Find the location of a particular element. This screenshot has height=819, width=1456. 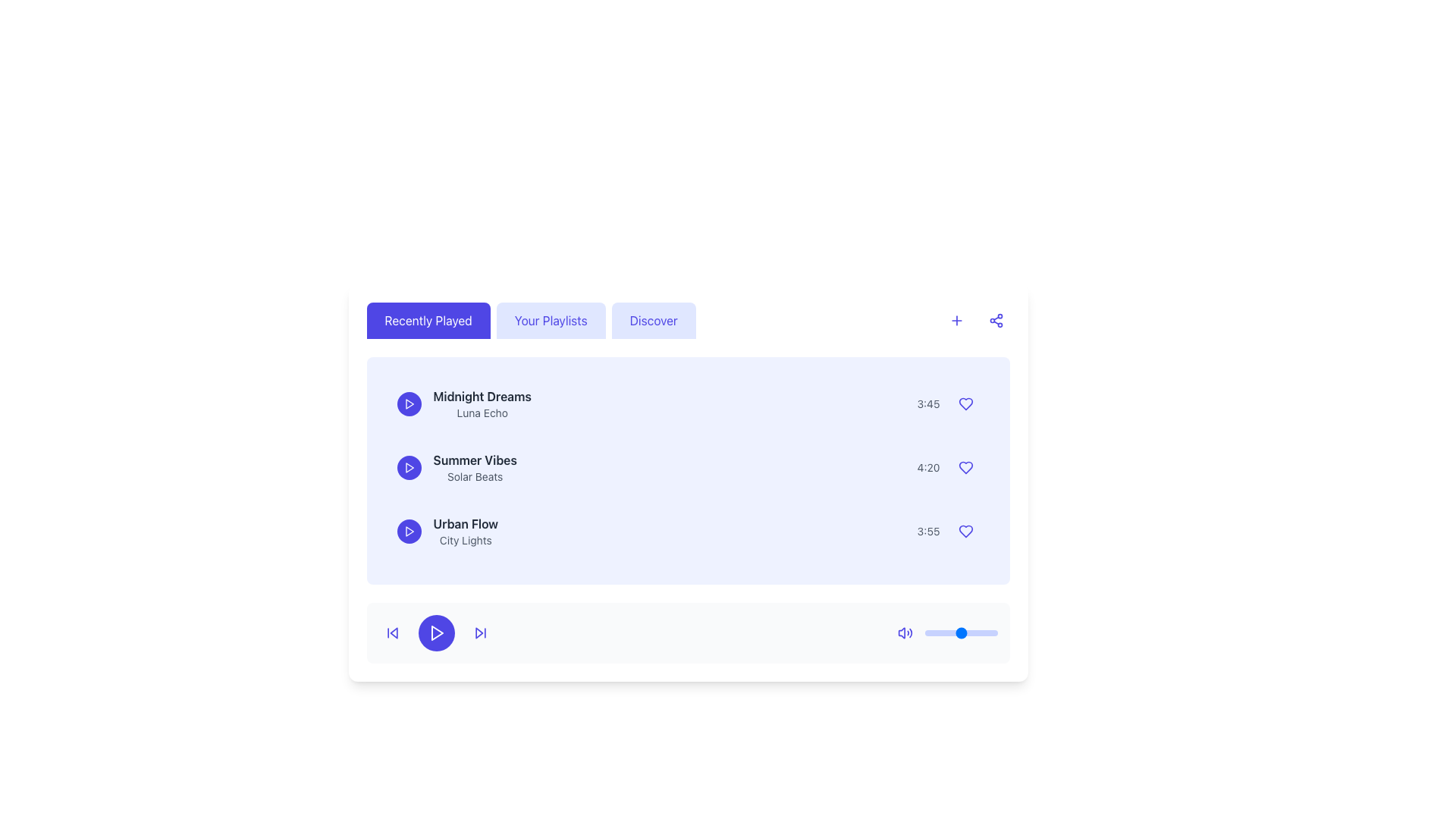

the play button in the media control interface is located at coordinates (435, 632).